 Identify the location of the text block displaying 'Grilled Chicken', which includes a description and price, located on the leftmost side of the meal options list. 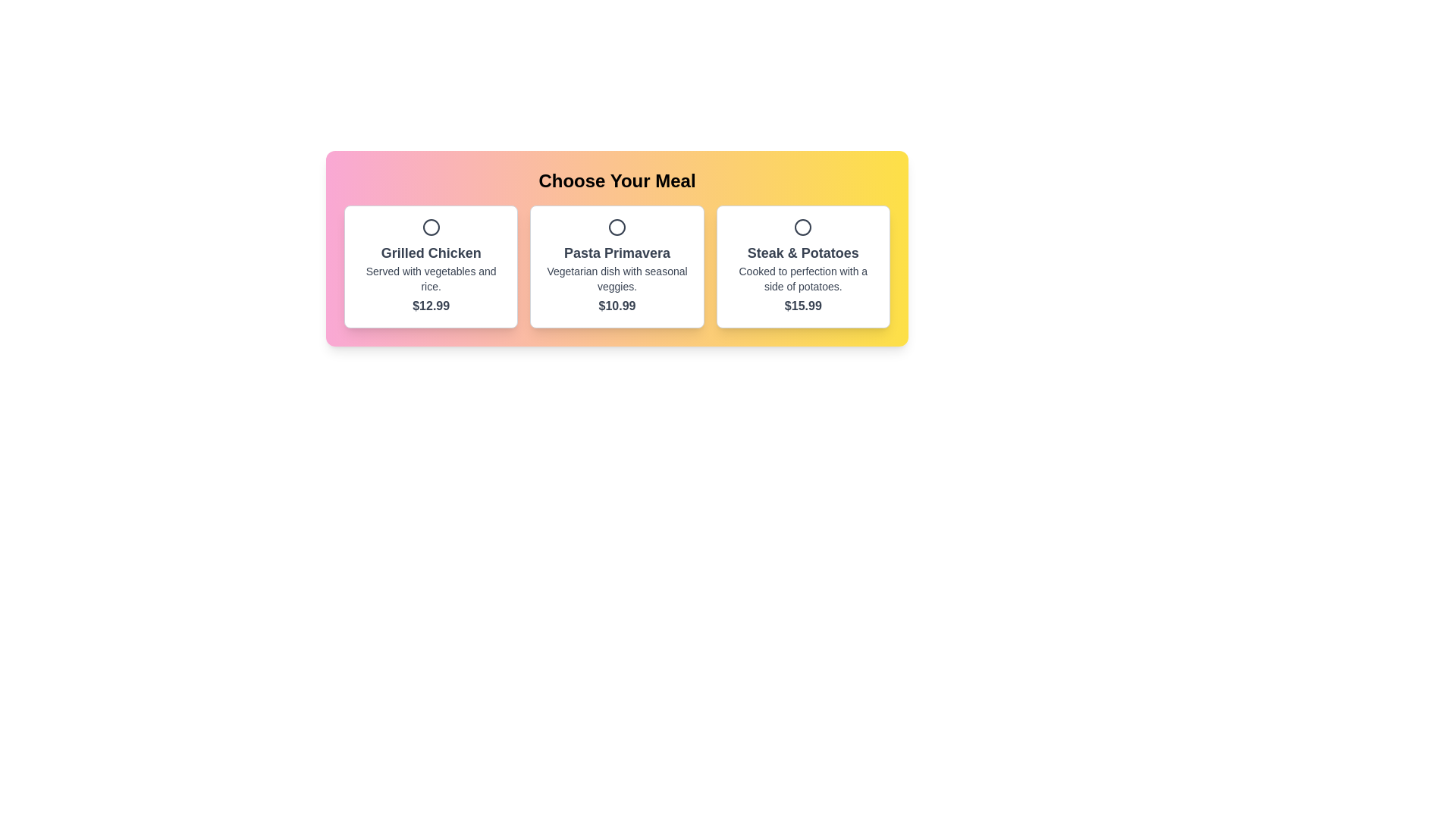
(430, 278).